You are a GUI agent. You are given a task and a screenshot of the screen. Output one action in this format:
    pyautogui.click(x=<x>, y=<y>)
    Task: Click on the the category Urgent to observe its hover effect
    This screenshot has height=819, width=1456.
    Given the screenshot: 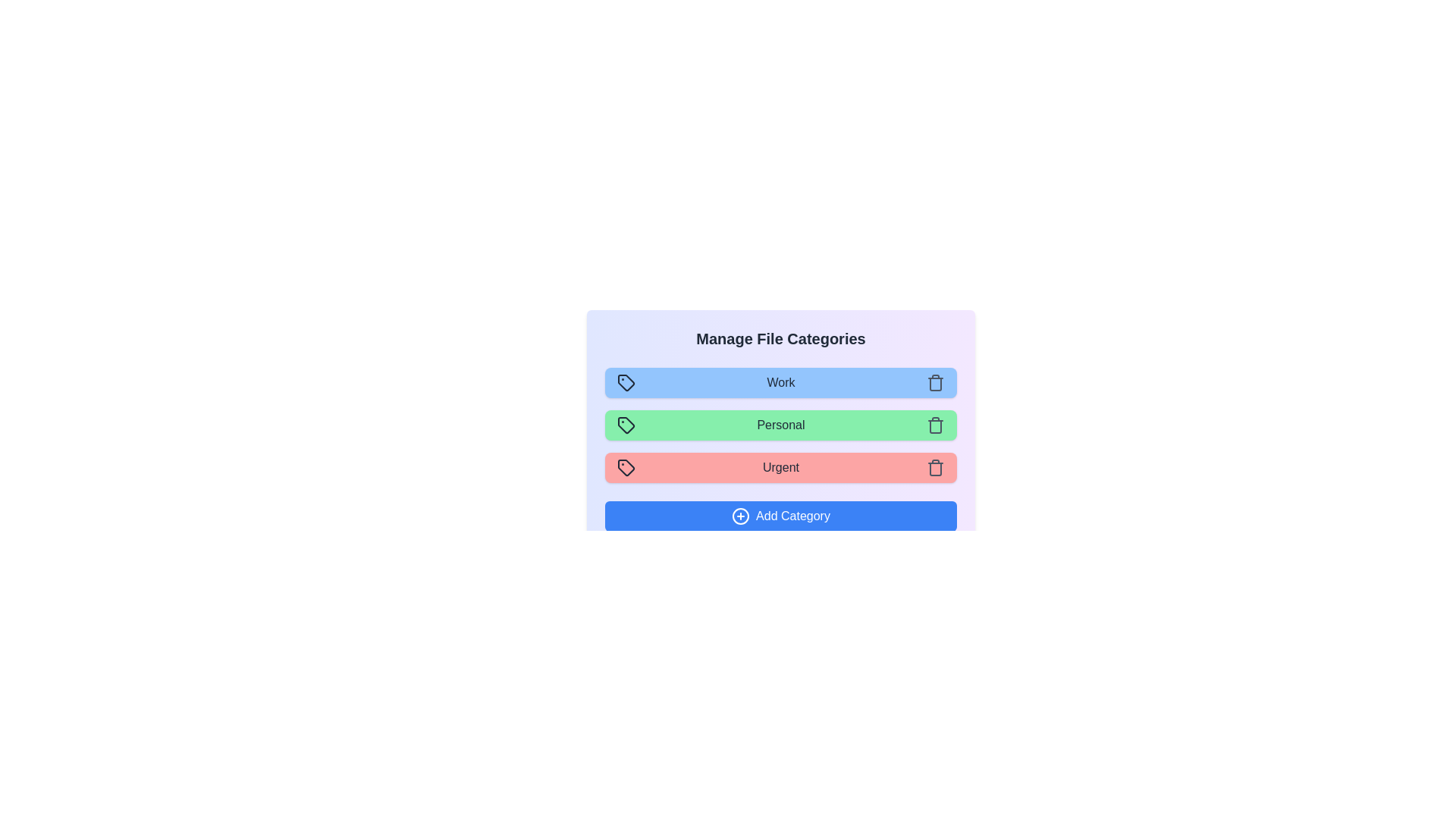 What is the action you would take?
    pyautogui.click(x=781, y=467)
    